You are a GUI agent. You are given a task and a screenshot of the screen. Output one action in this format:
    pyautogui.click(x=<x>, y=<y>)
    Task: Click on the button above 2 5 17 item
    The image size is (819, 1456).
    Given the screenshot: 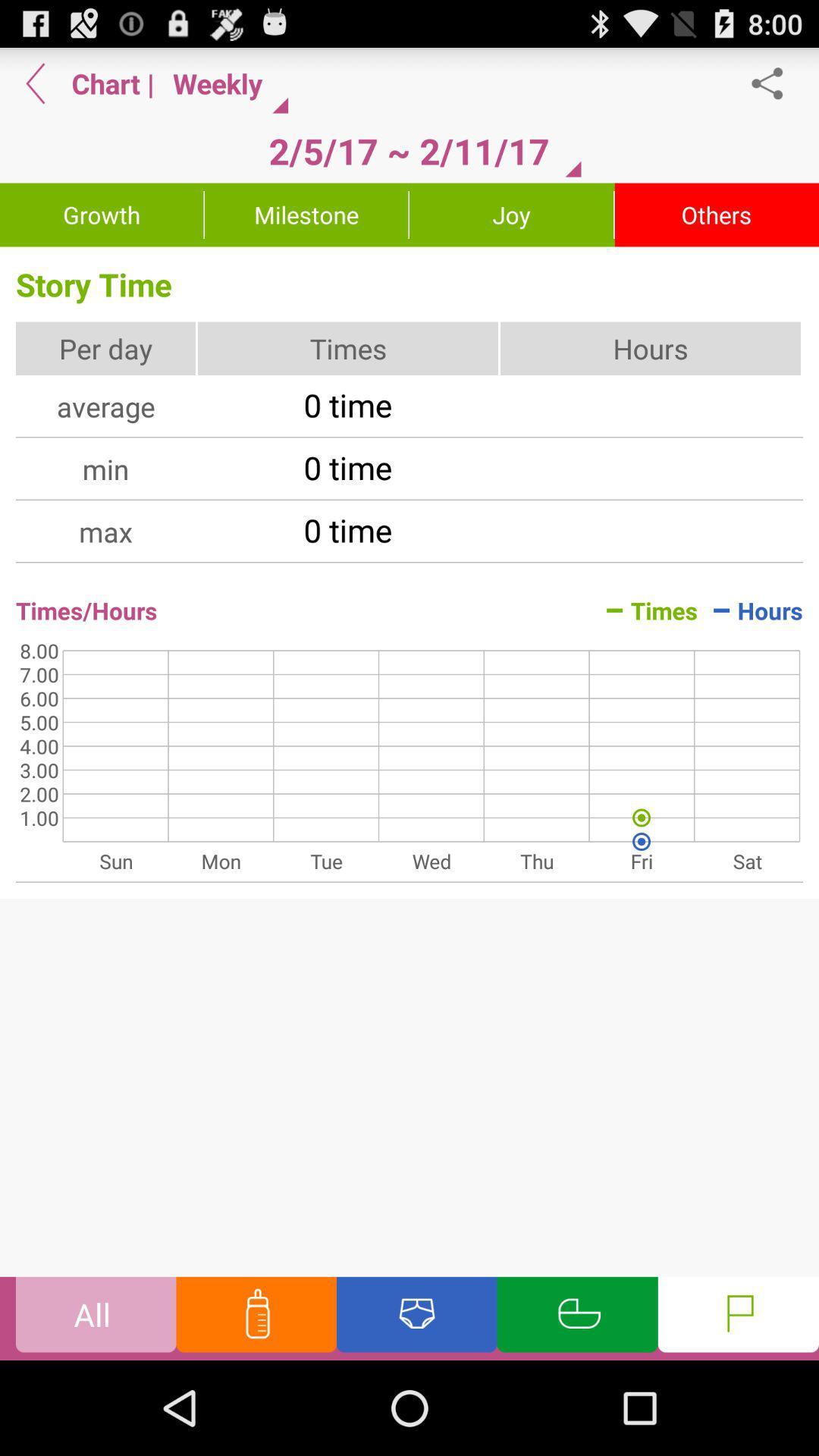 What is the action you would take?
    pyautogui.click(x=224, y=83)
    